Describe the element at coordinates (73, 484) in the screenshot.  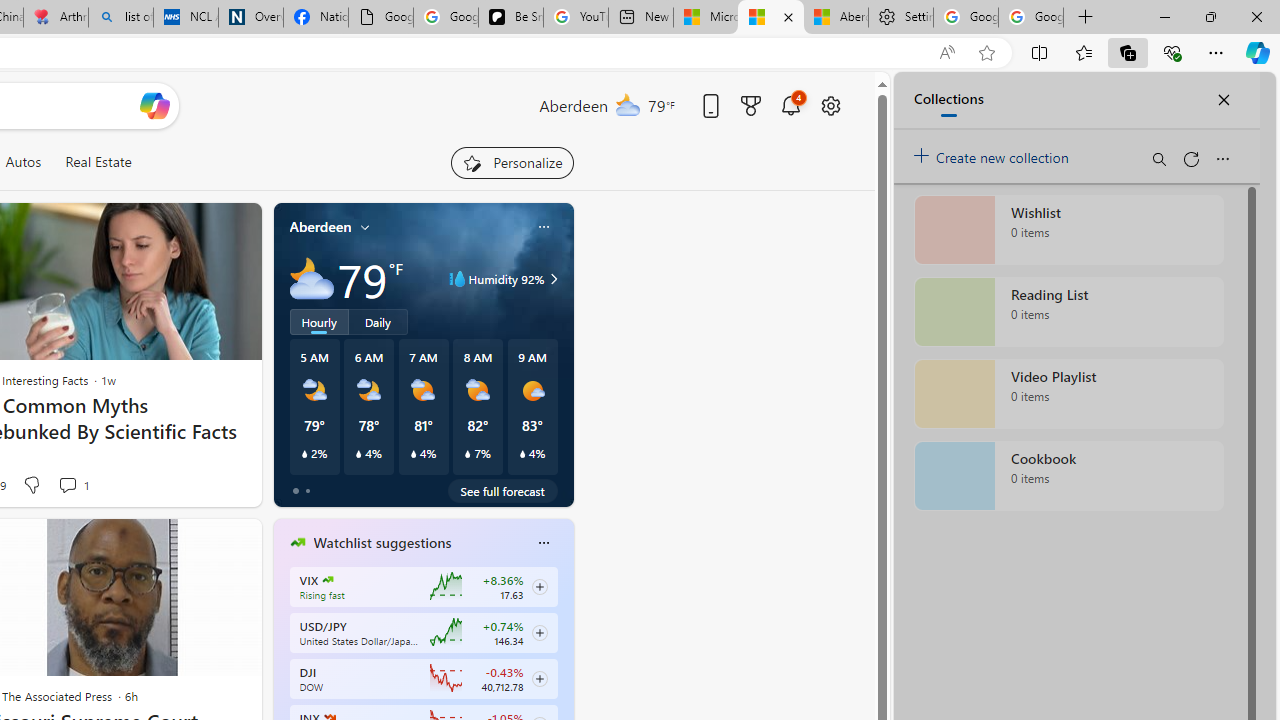
I see `'View comments 1 Comment'` at that location.